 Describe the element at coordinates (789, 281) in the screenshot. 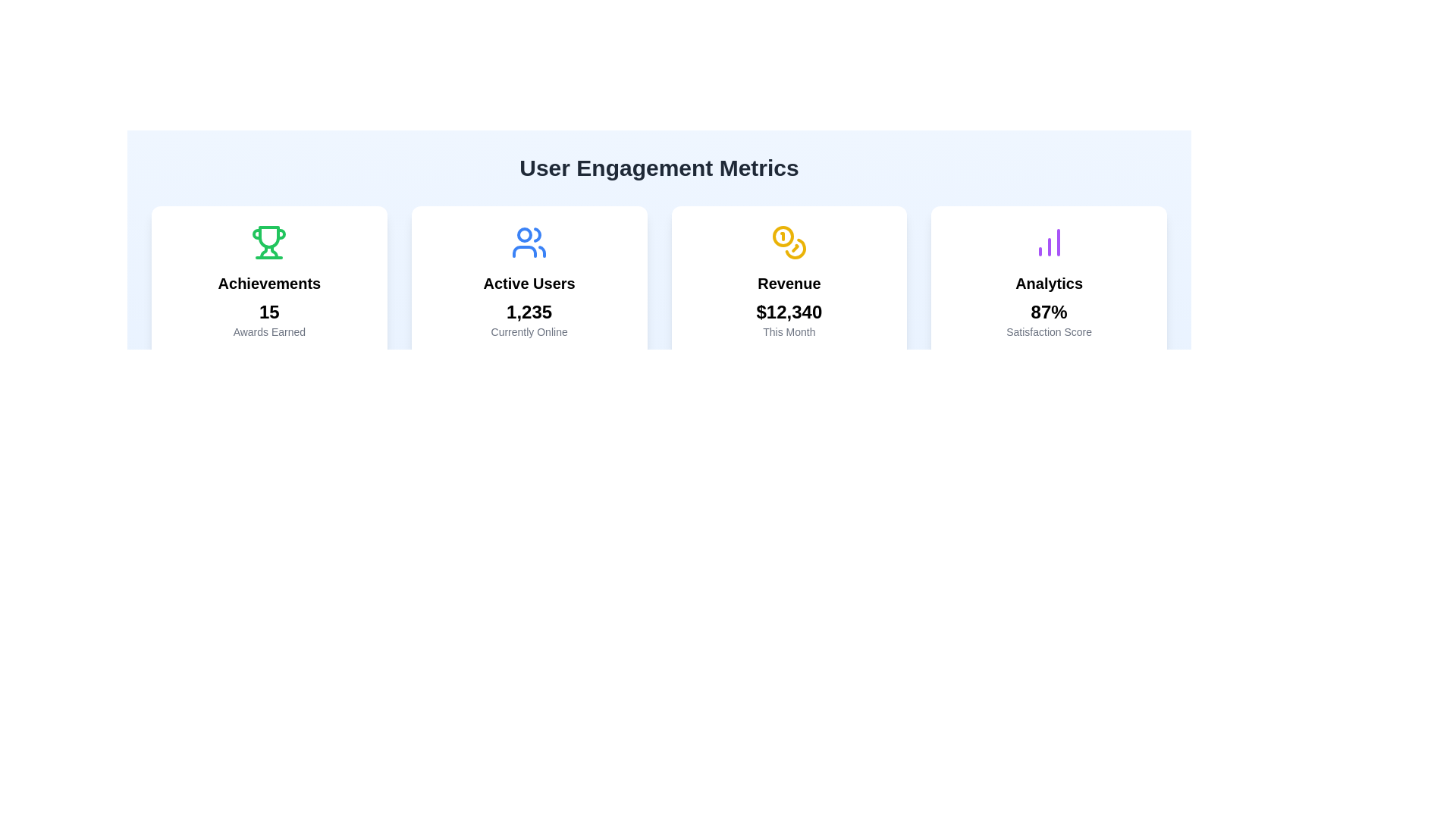

I see `the informational card displaying 'Revenue' with the monetary value '$12,340', located in the center-right of the grid layout` at that location.